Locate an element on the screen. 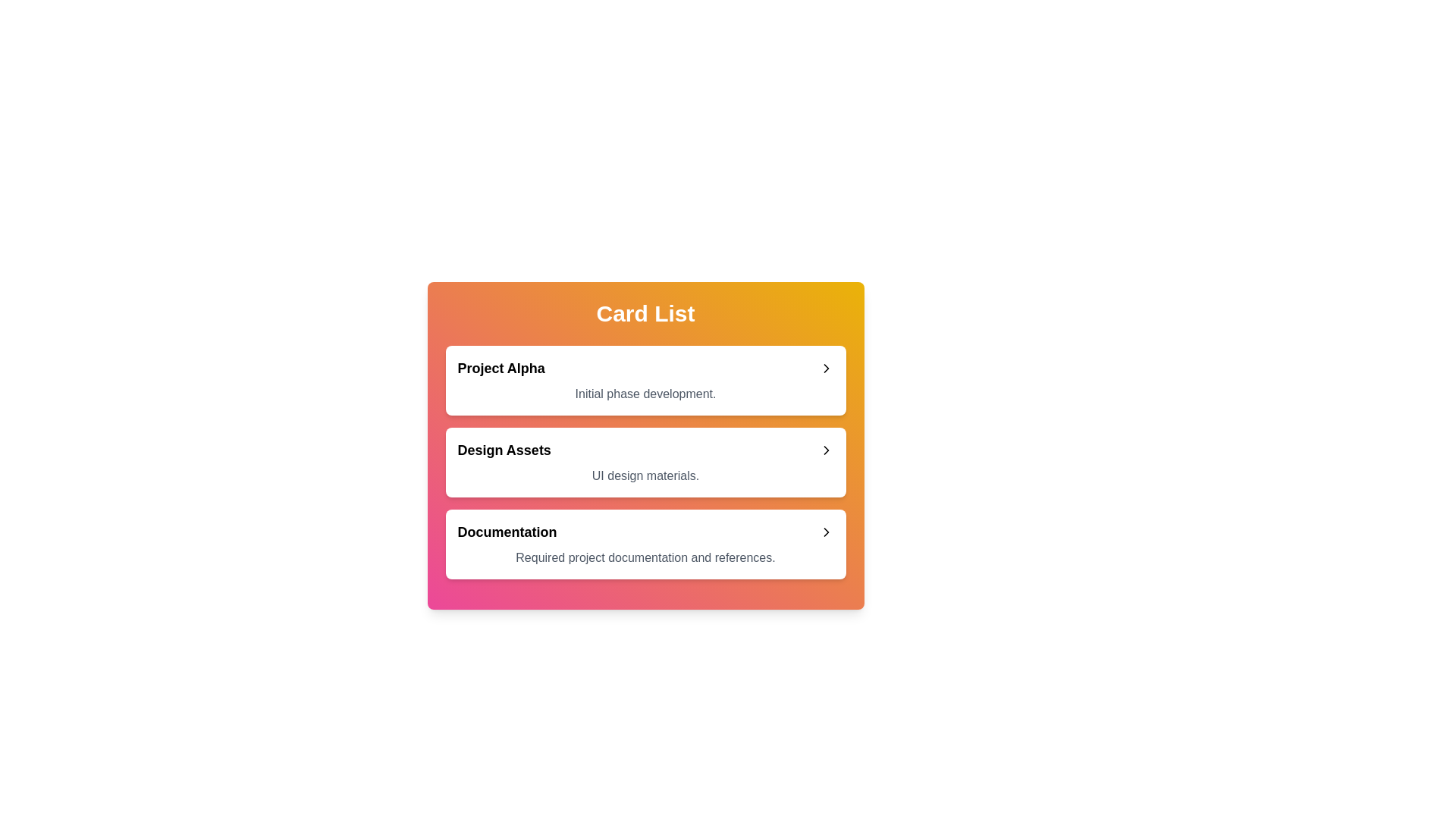 This screenshot has height=819, width=1456. the card titled Documentation to expand and read its description is located at coordinates (645, 543).